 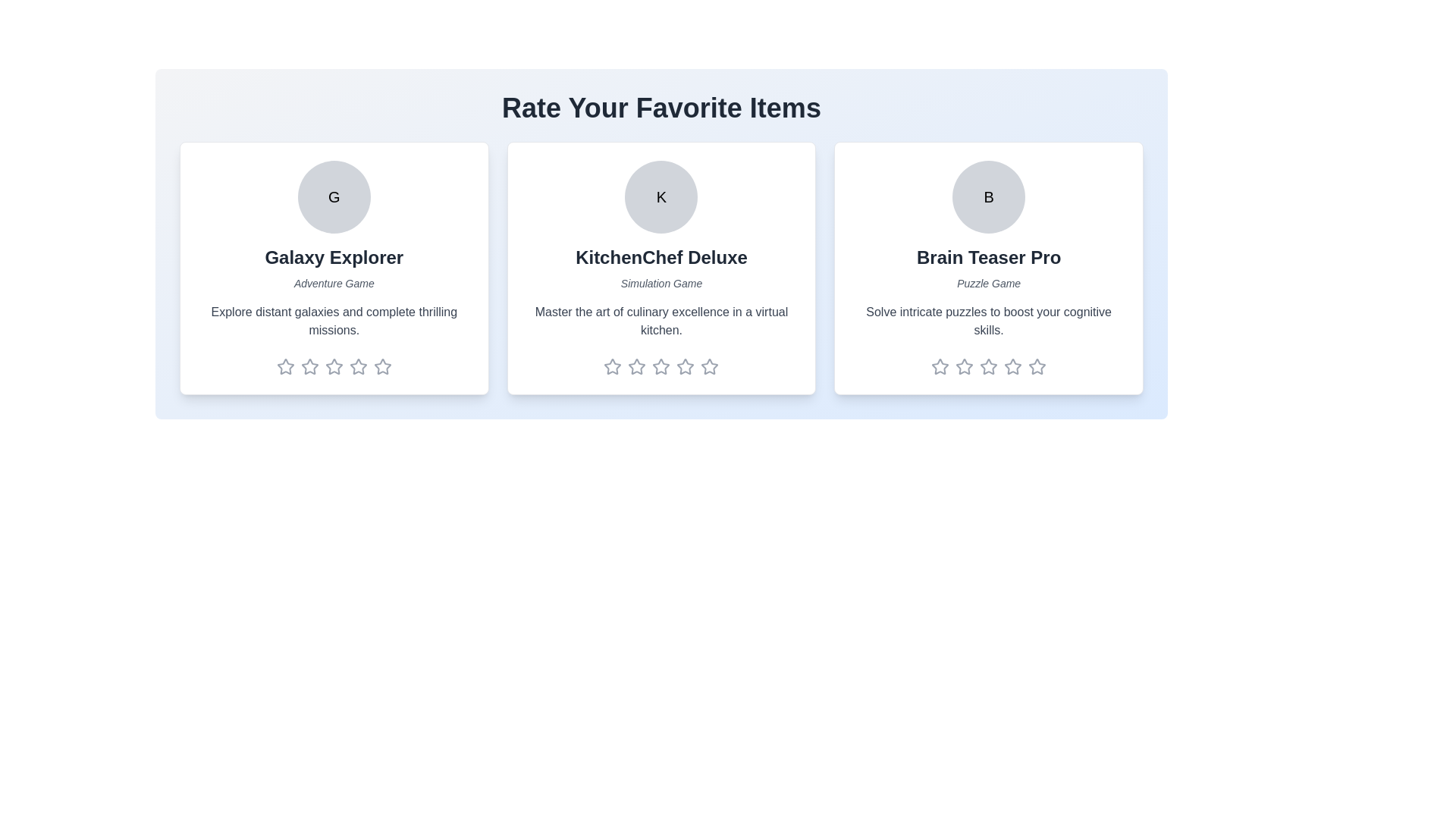 What do you see at coordinates (382, 366) in the screenshot?
I see `the rating of the item to 5 stars by clicking on the corresponding star` at bounding box center [382, 366].